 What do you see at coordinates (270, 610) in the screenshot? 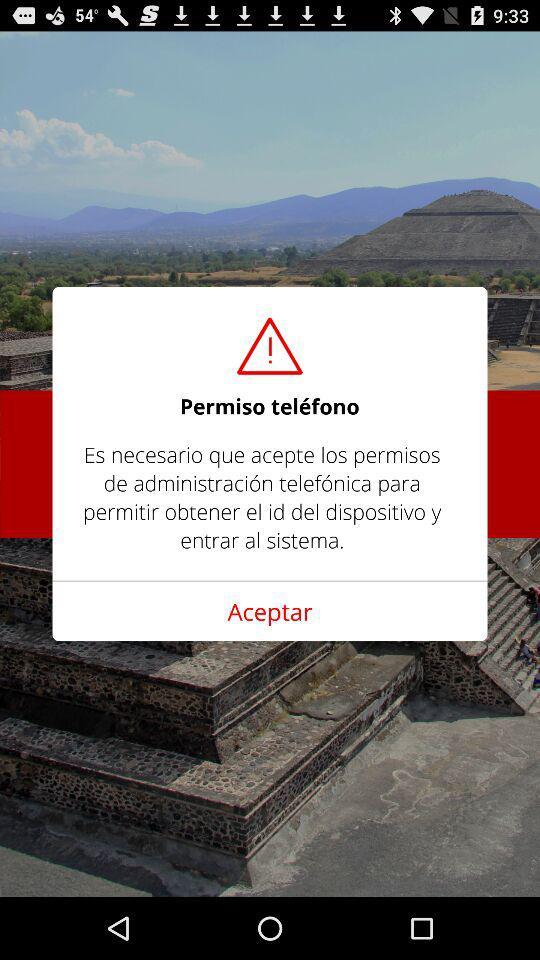
I see `aceptar icon` at bounding box center [270, 610].